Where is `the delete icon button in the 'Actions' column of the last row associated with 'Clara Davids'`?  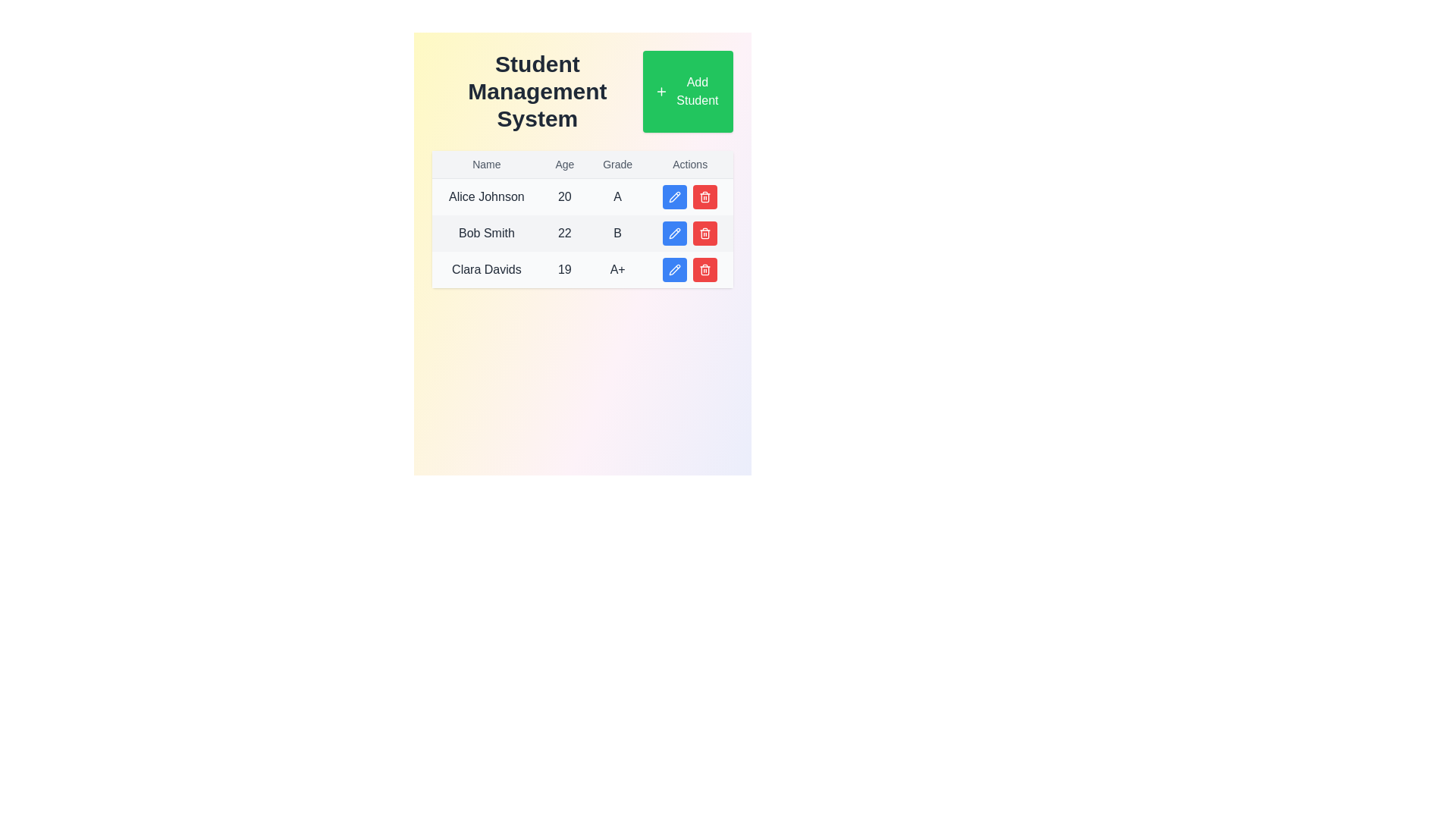 the delete icon button in the 'Actions' column of the last row associated with 'Clara Davids' is located at coordinates (704, 196).